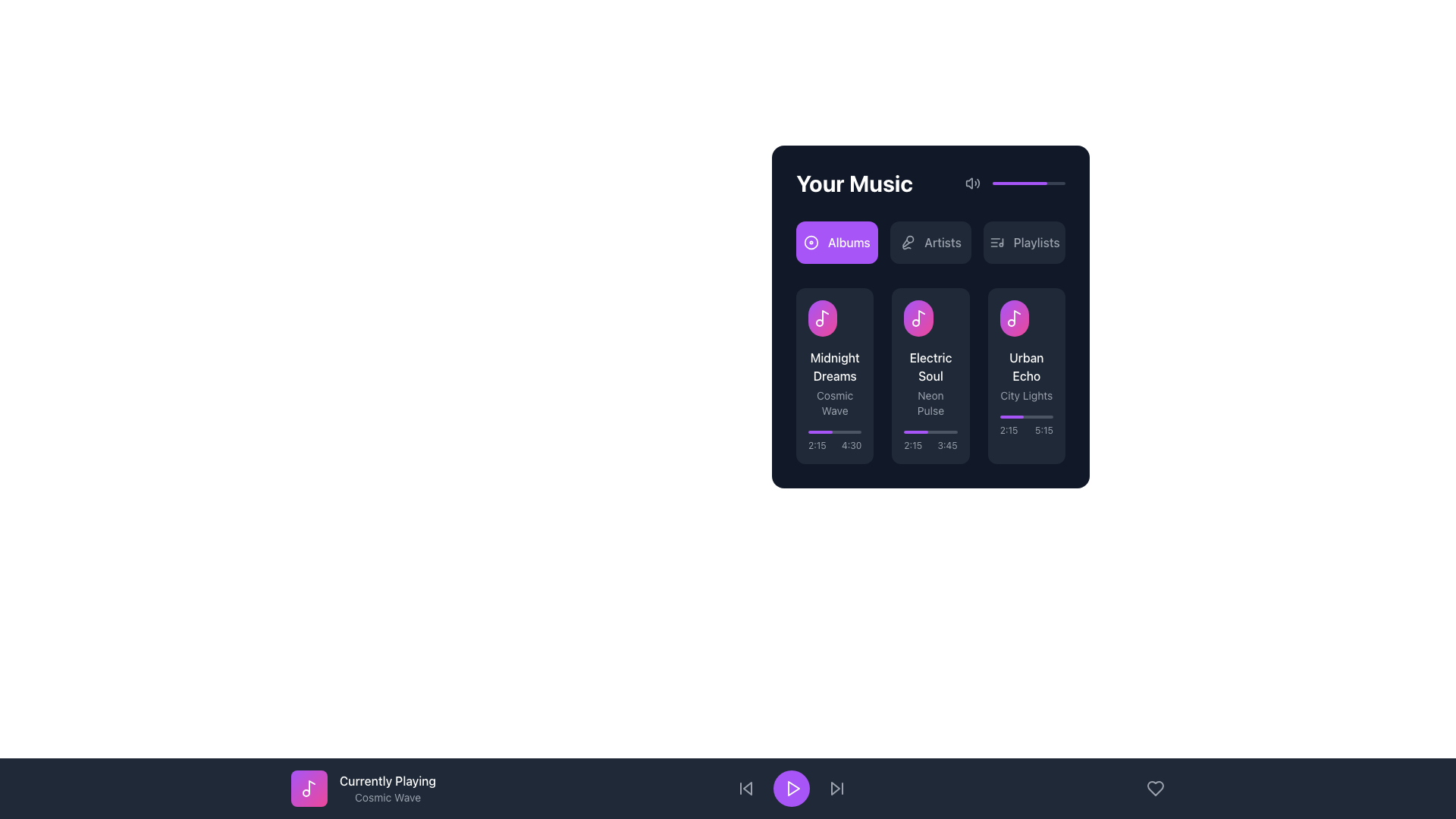 This screenshot has height=819, width=1456. What do you see at coordinates (810, 242) in the screenshot?
I see `the SVG circle graphic, which is a circular shape with a radius of approximately 10 units, located within a larger button-like icon to the left of the 'Albums' button in the header section of the 'Your Music' panel` at bounding box center [810, 242].